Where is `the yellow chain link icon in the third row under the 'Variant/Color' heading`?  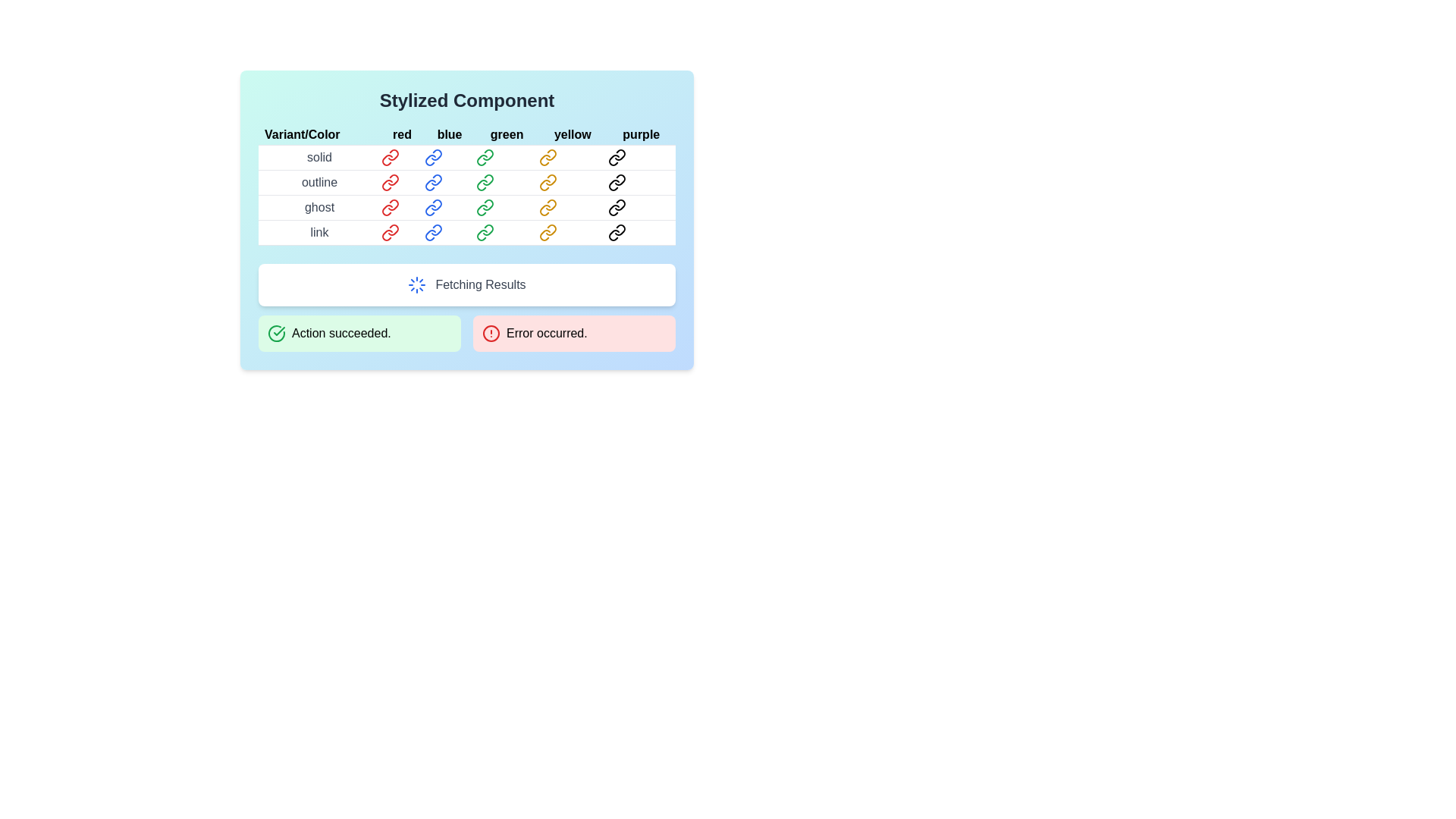
the yellow chain link icon in the third row under the 'Variant/Color' heading is located at coordinates (548, 207).